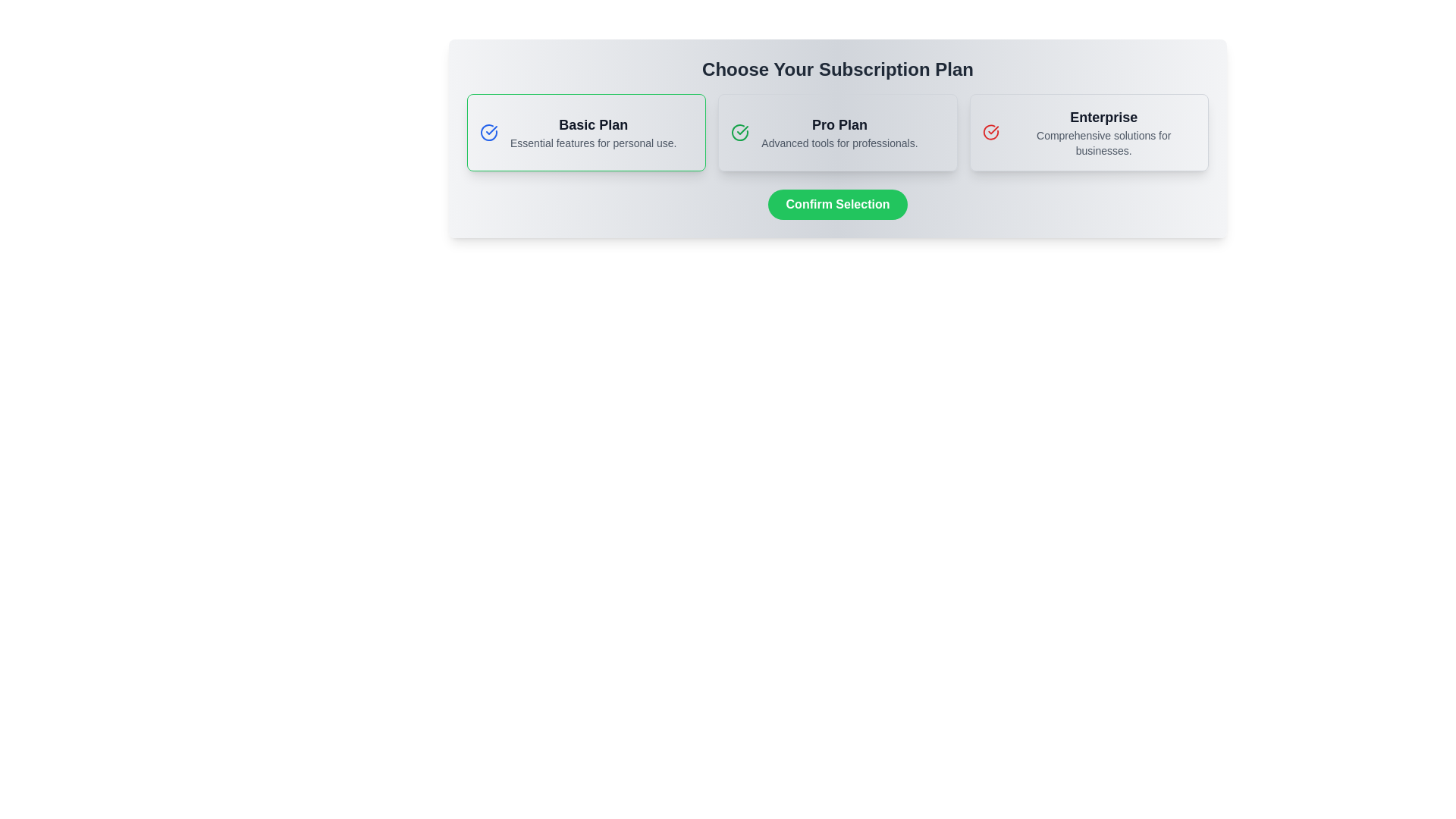  Describe the element at coordinates (991, 131) in the screenshot. I see `the circular red checkmark icon indicating selection, which is aligned to the left of the 'Enterprise' subscription plan option` at that location.